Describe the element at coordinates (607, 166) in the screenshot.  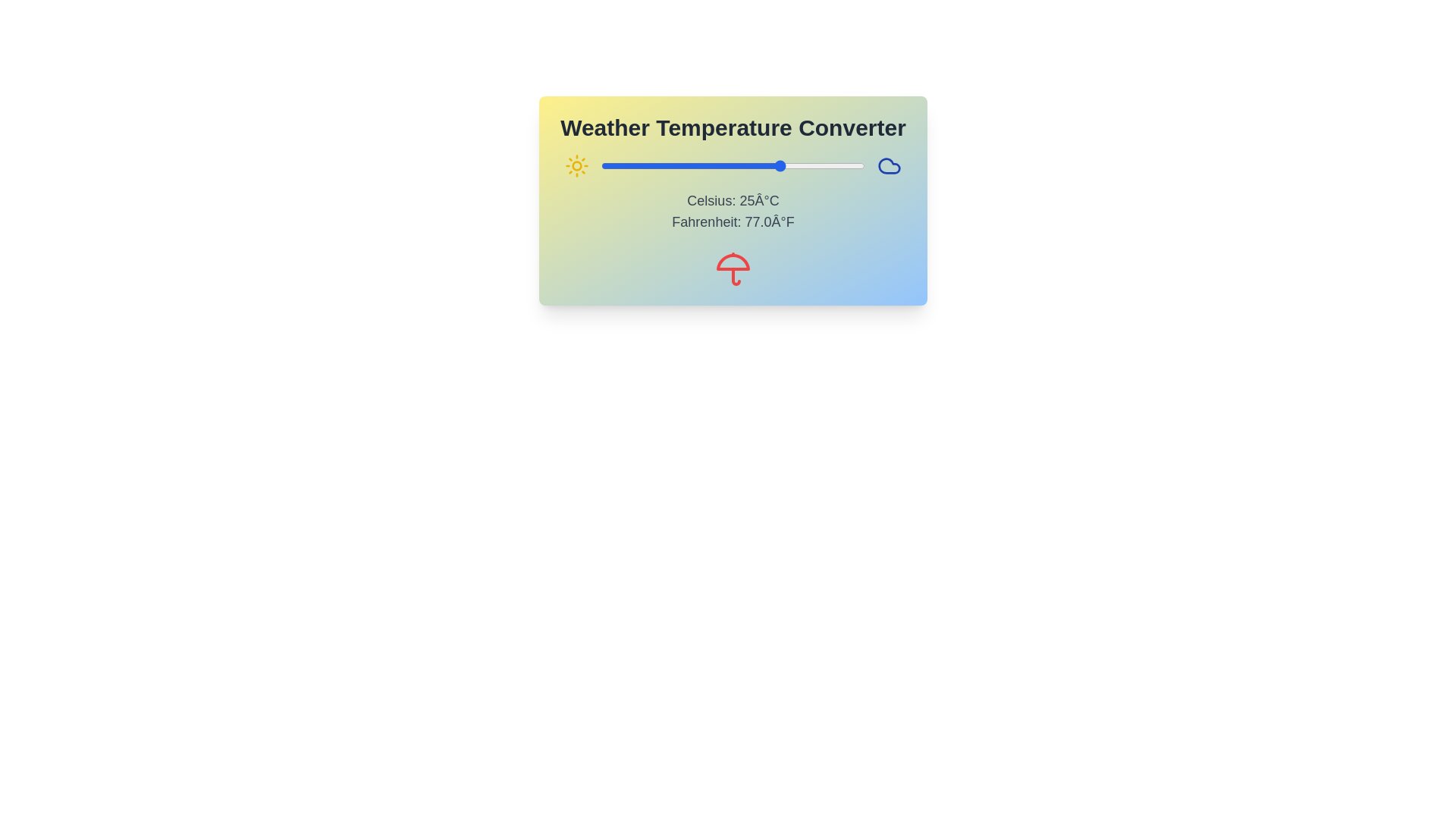
I see `the temperature to -28°C using the slider` at that location.